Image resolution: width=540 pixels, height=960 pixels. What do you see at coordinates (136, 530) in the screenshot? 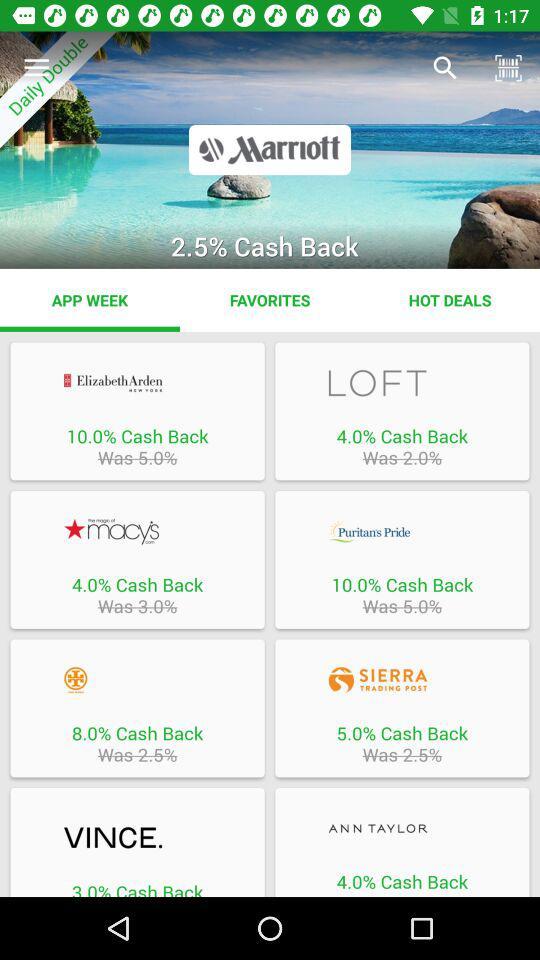
I see `visit macy 's website` at bounding box center [136, 530].